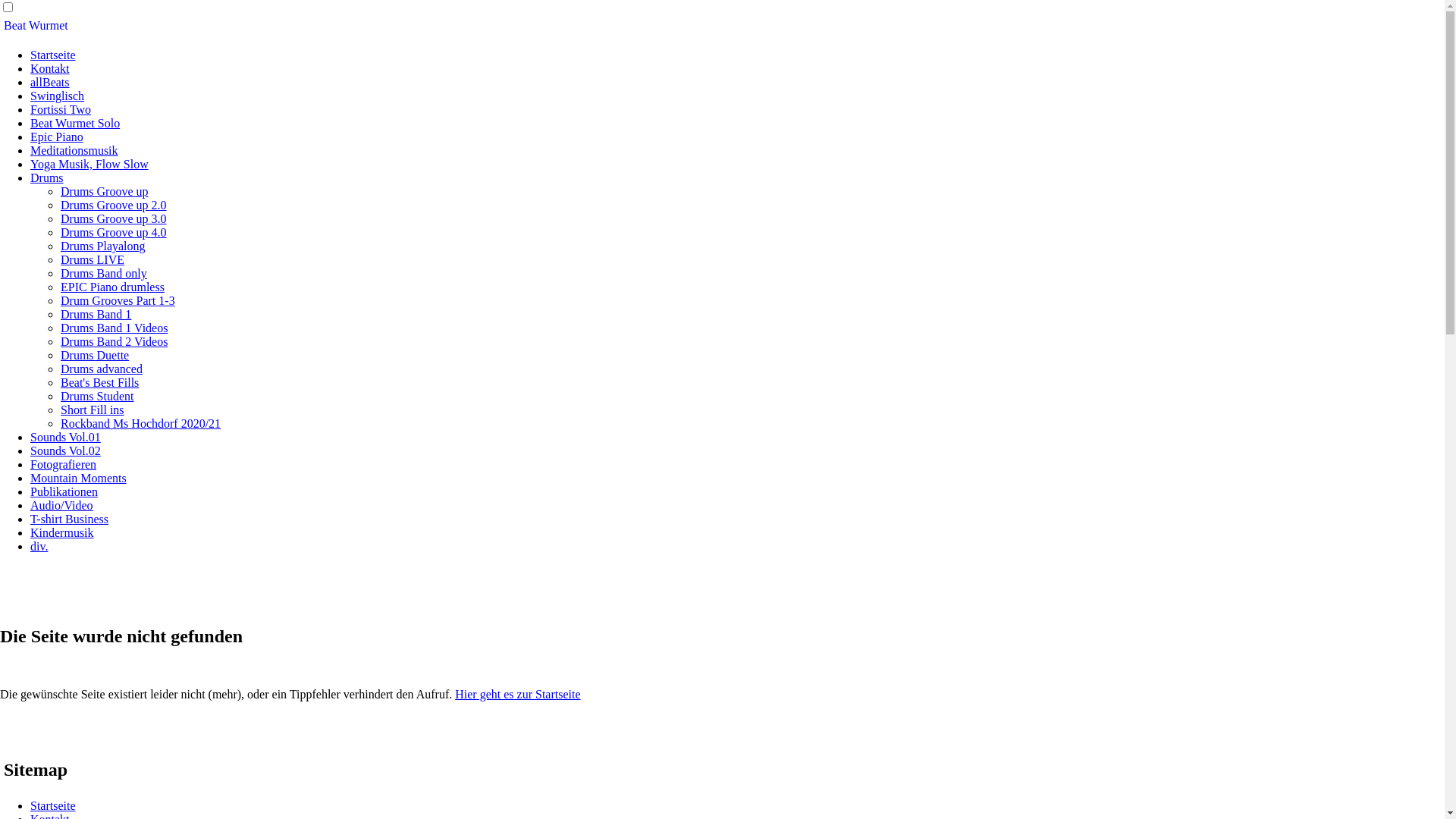 The image size is (1456, 819). I want to click on 'Drums Duette', so click(61, 355).